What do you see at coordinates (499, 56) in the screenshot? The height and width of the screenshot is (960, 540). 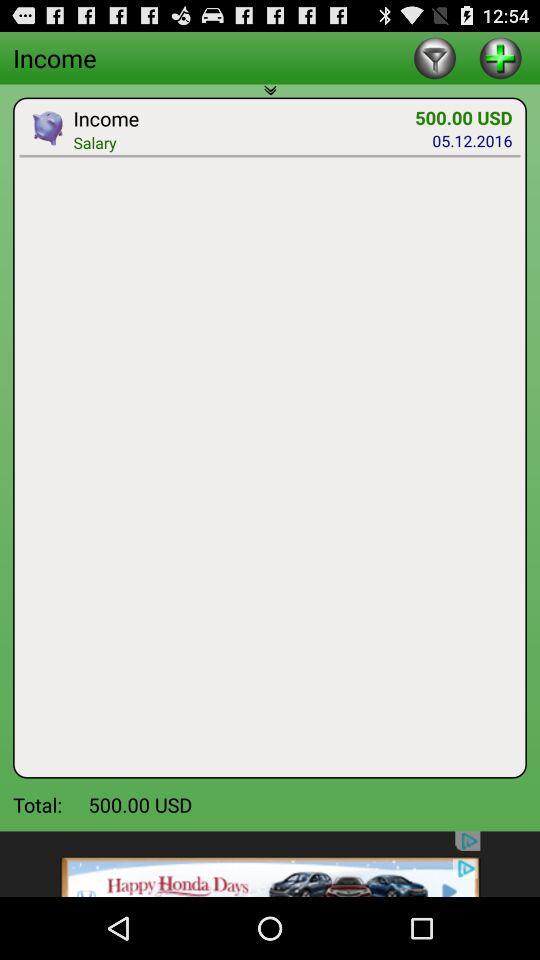 I see `add button` at bounding box center [499, 56].